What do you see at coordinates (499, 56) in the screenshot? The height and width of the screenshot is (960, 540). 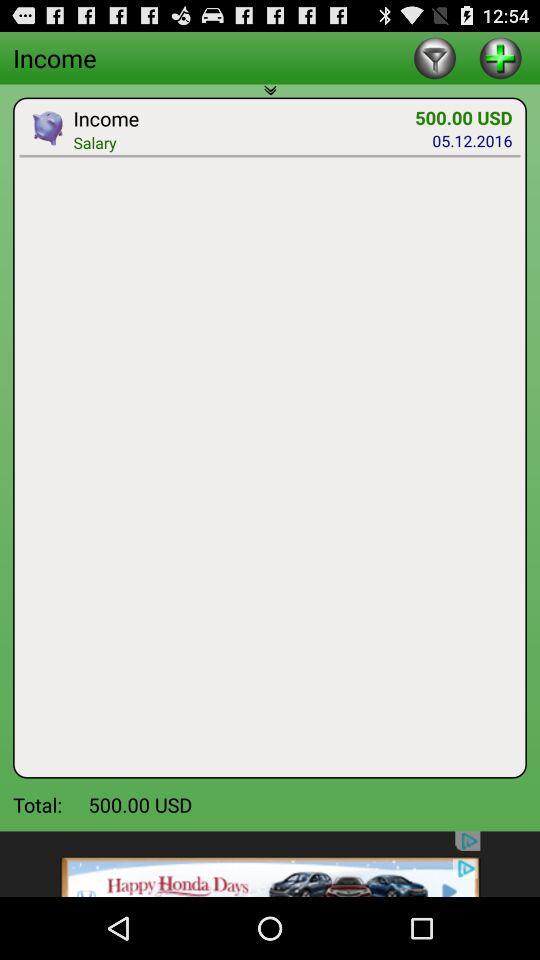 I see `add button` at bounding box center [499, 56].